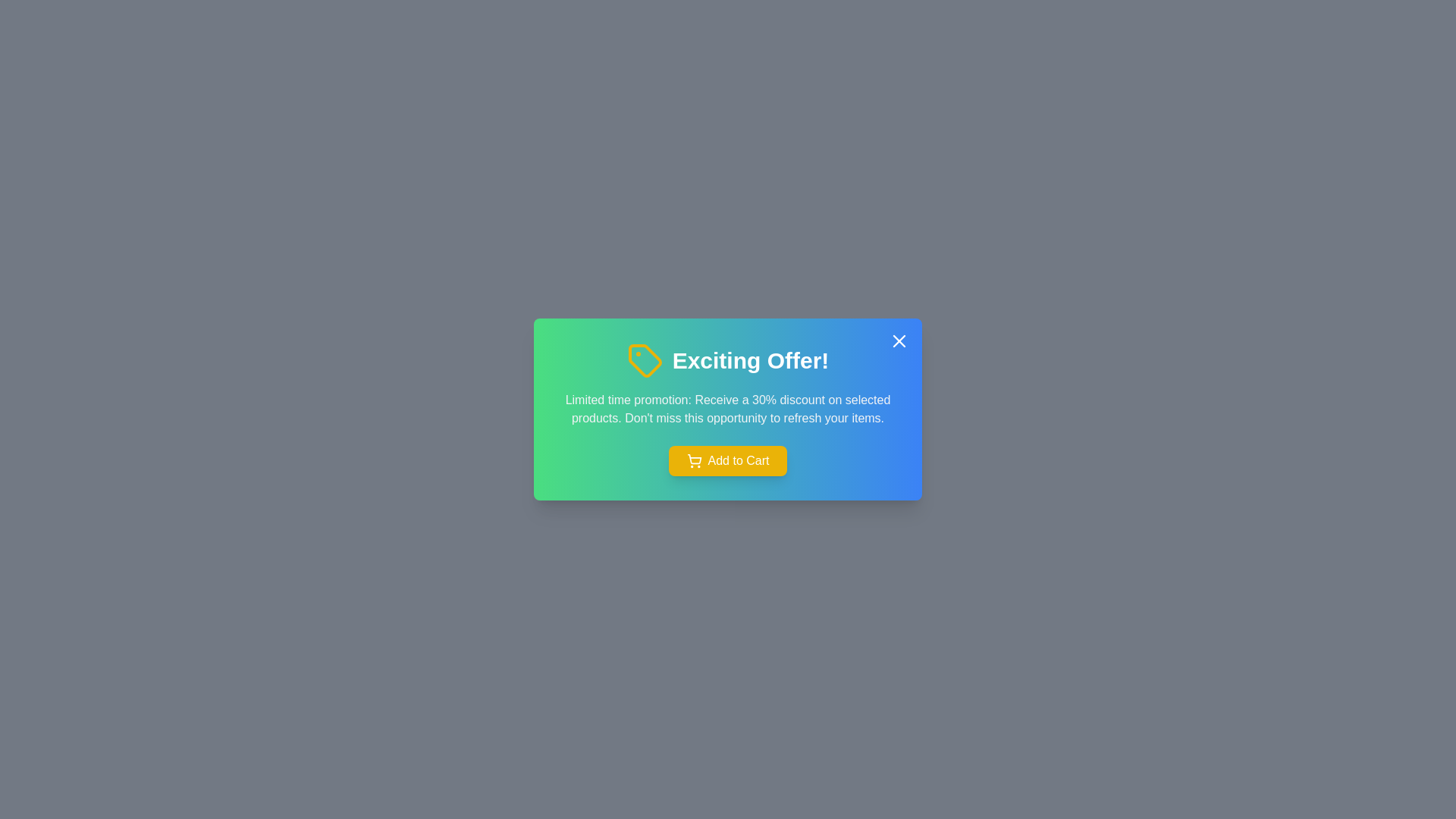 This screenshot has width=1456, height=819. What do you see at coordinates (728, 460) in the screenshot?
I see `the 'Add to Cart' button to proceed with the promotion` at bounding box center [728, 460].